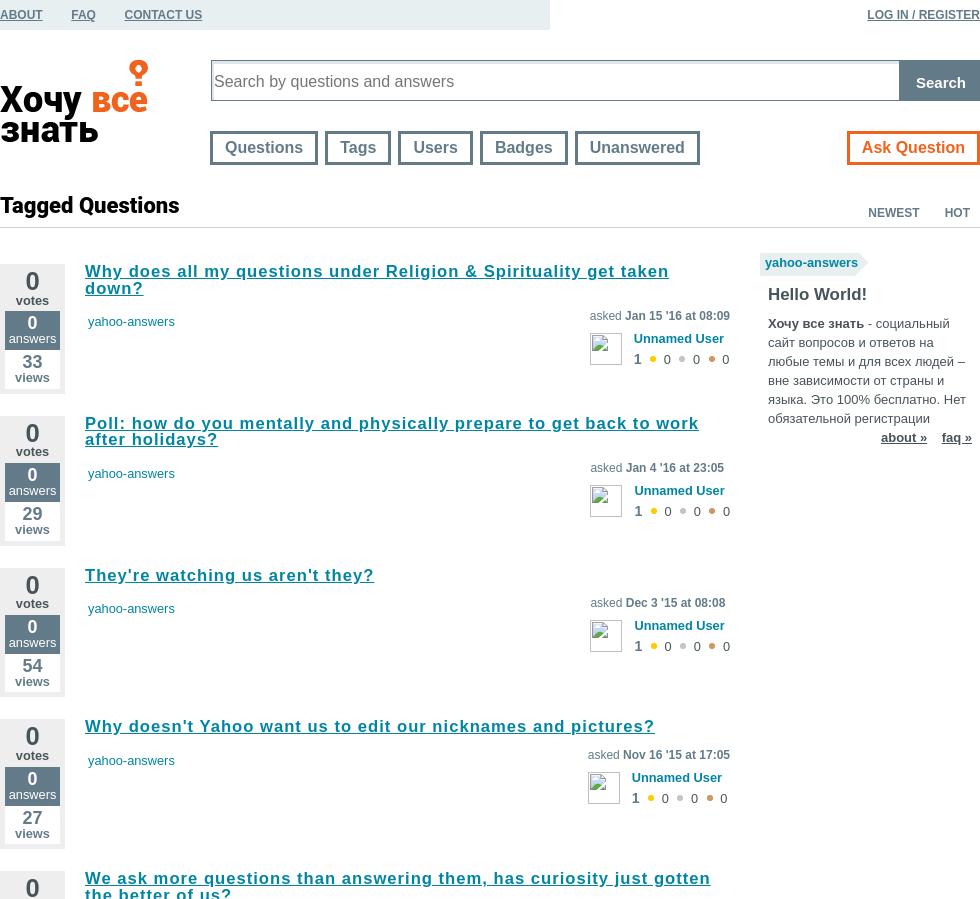 This screenshot has height=899, width=980. What do you see at coordinates (677, 314) in the screenshot?
I see `'Jan 15 '16 at 08:09'` at bounding box center [677, 314].